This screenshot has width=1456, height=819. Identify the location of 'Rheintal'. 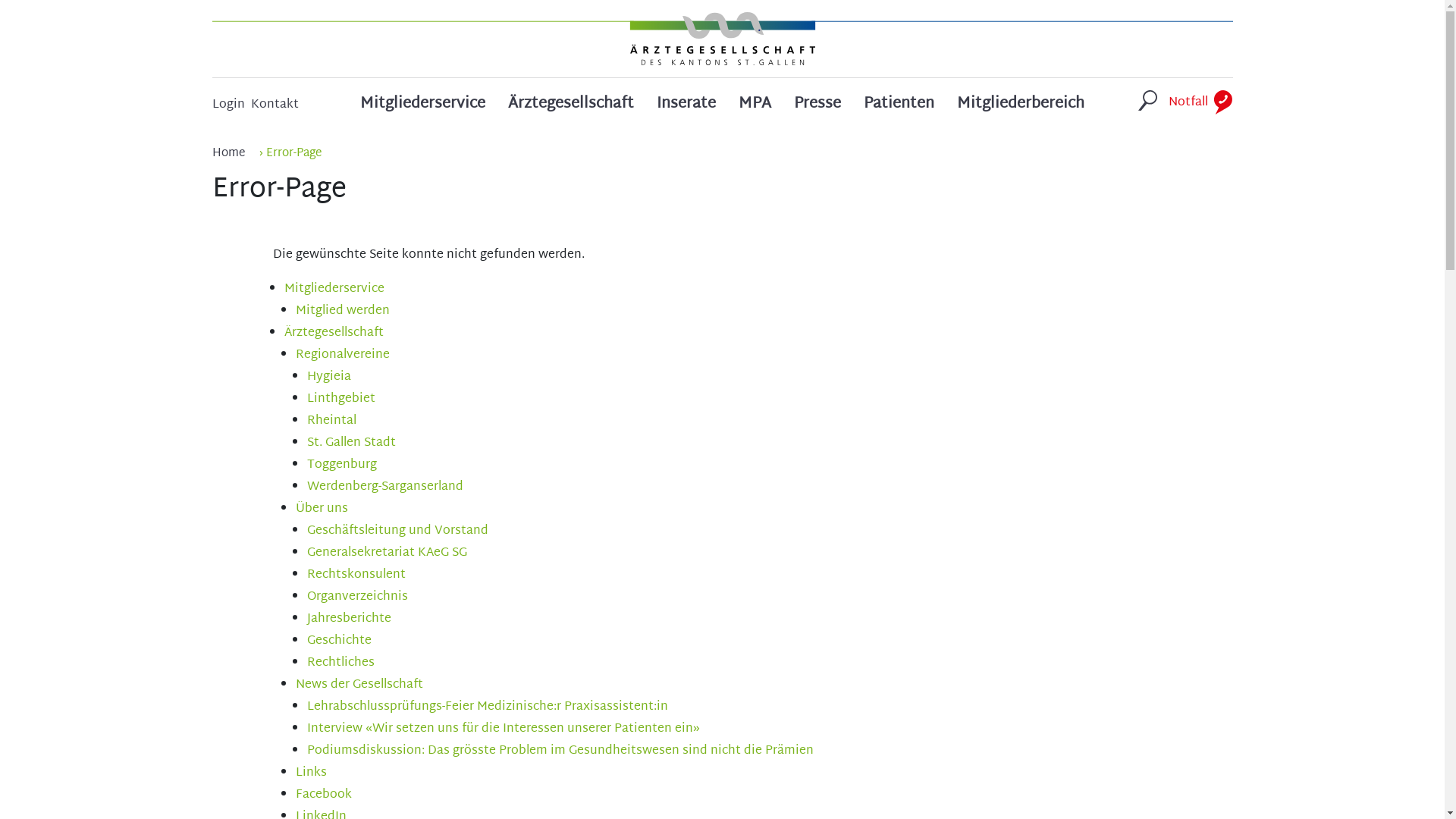
(330, 421).